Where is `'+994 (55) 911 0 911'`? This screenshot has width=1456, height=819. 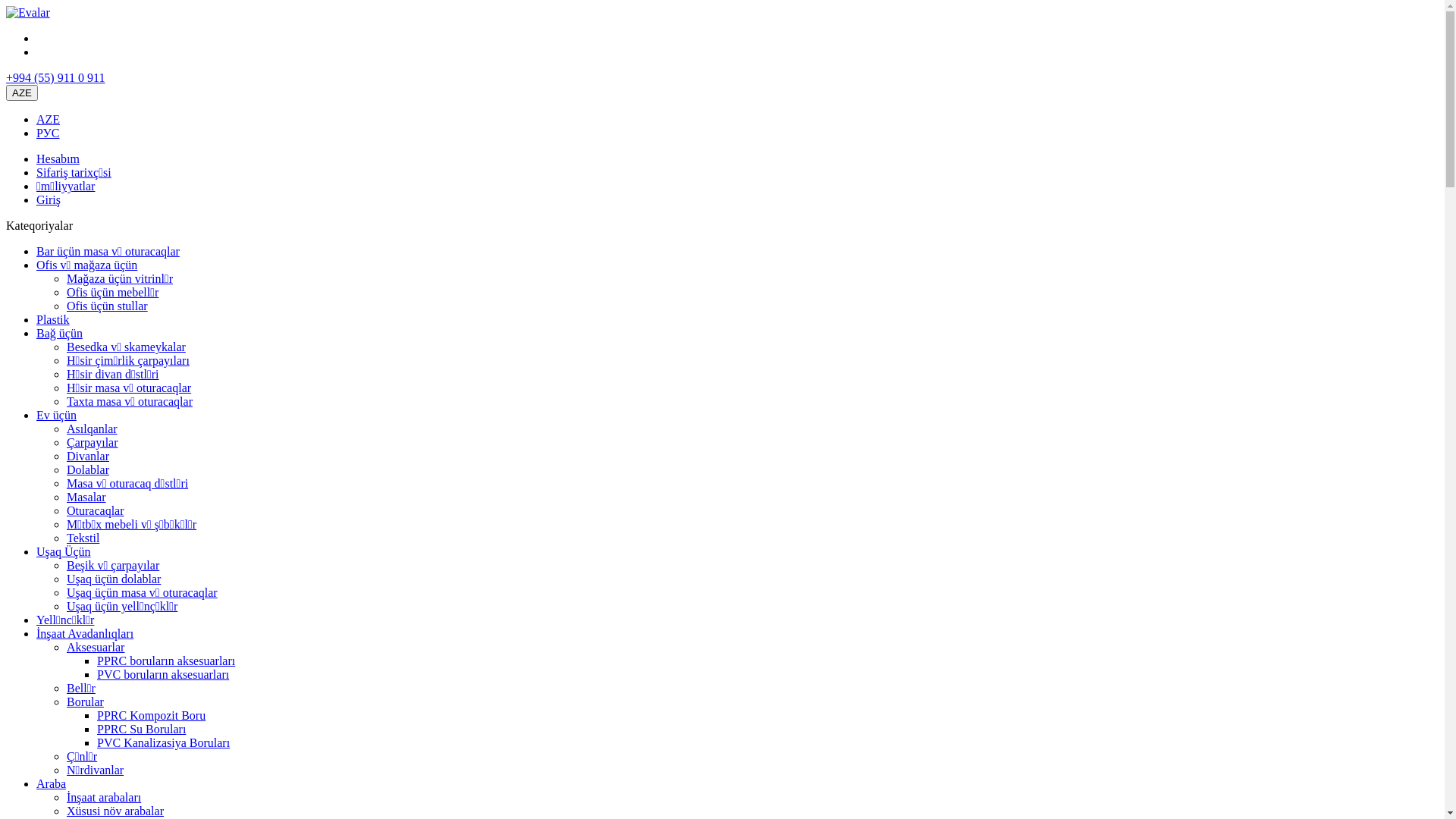
'+994 (55) 911 0 911' is located at coordinates (55, 77).